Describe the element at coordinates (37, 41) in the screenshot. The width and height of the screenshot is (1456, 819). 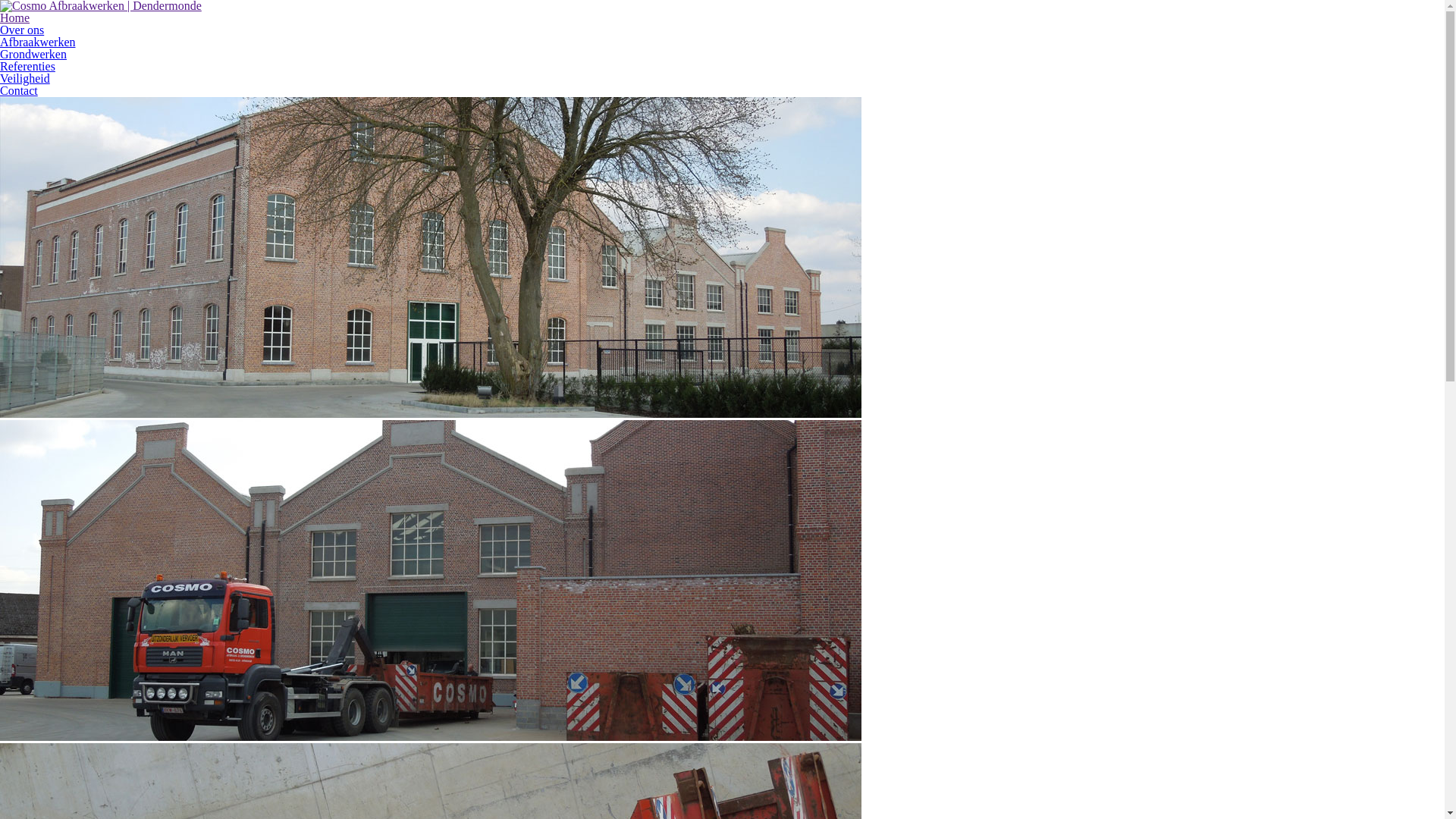
I see `'Afbraakwerken'` at that location.